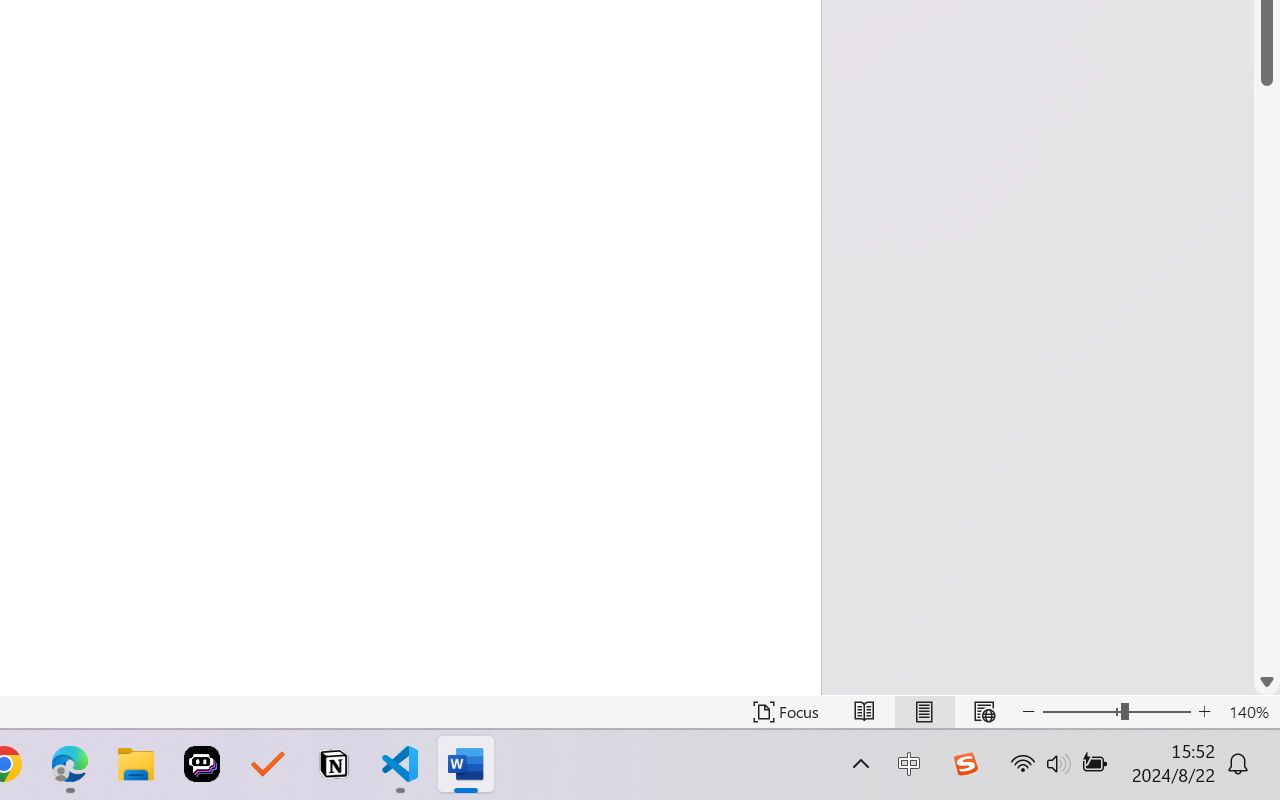  What do you see at coordinates (965, 764) in the screenshot?
I see `'Class: Image'` at bounding box center [965, 764].